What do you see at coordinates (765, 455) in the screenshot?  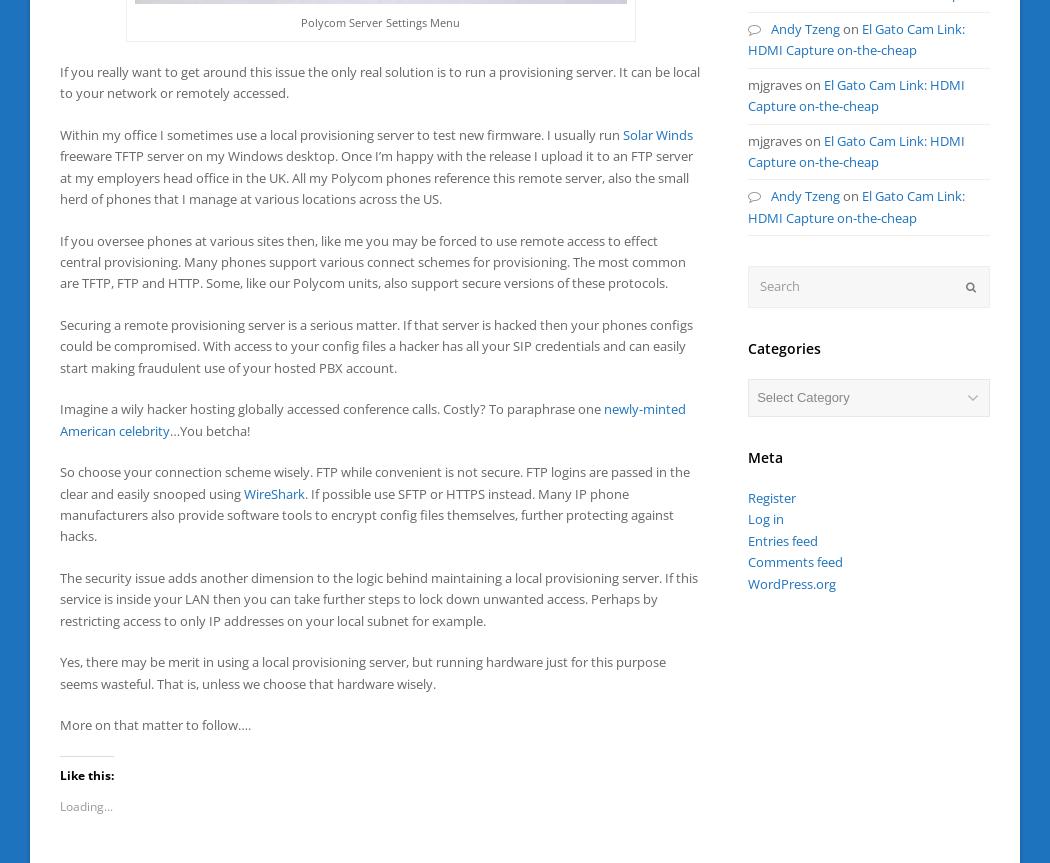 I see `'Meta'` at bounding box center [765, 455].